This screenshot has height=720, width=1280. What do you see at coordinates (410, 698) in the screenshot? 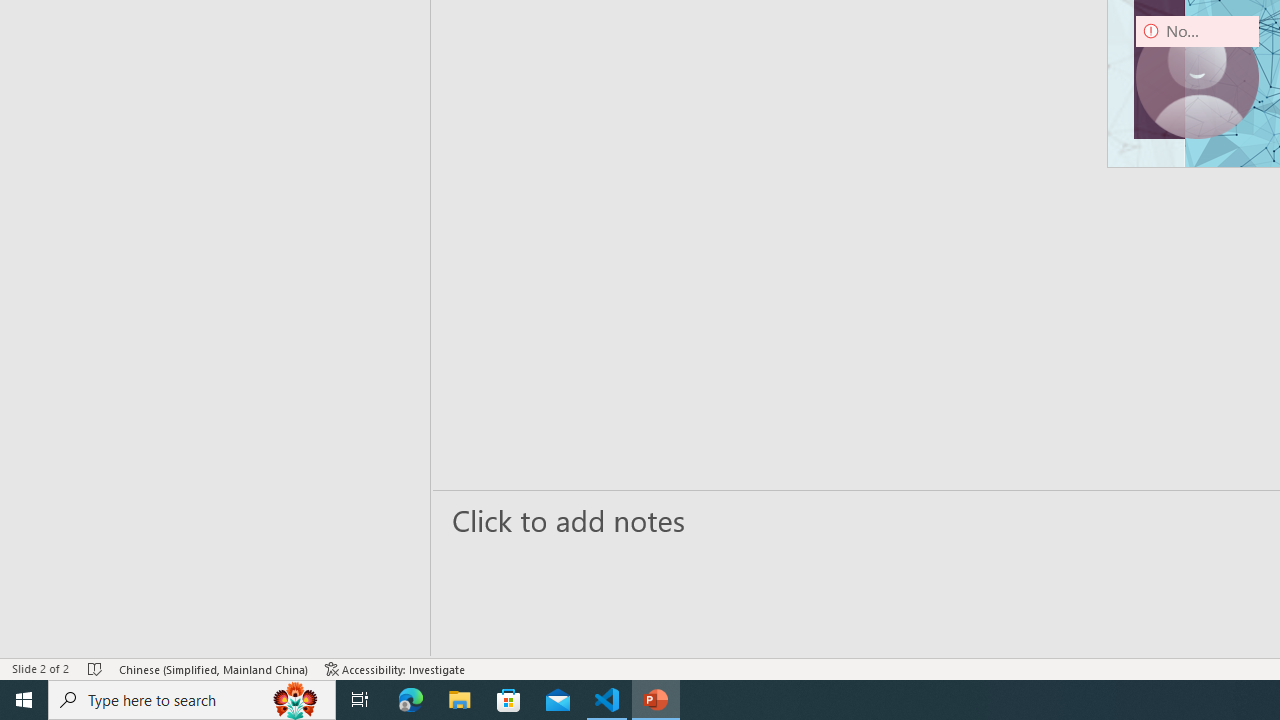
I see `'Microsoft Edge'` at bounding box center [410, 698].